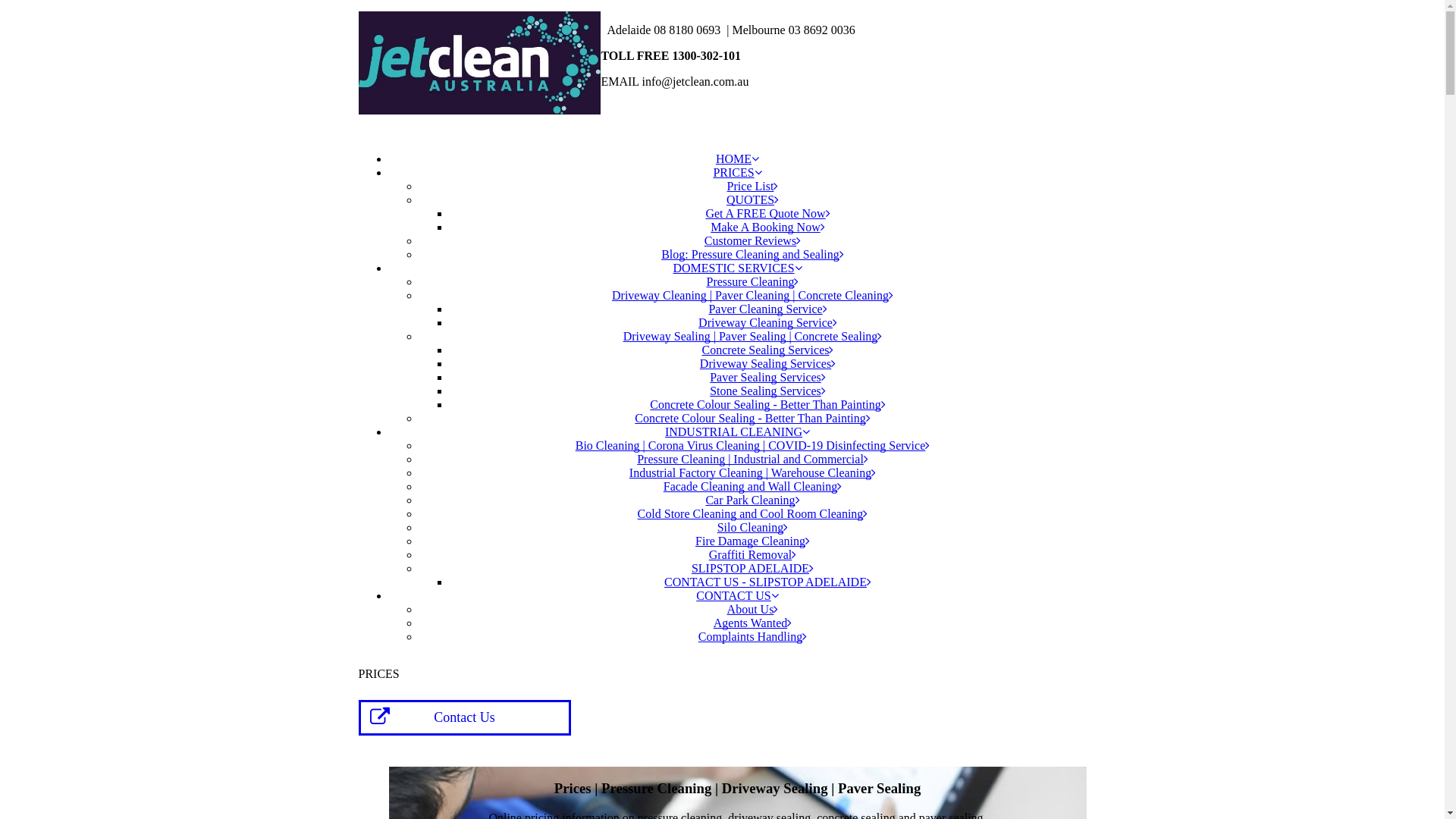 The height and width of the screenshot is (819, 1456). I want to click on 'Concrete Colour Sealing - Better Than Painting', so click(767, 403).